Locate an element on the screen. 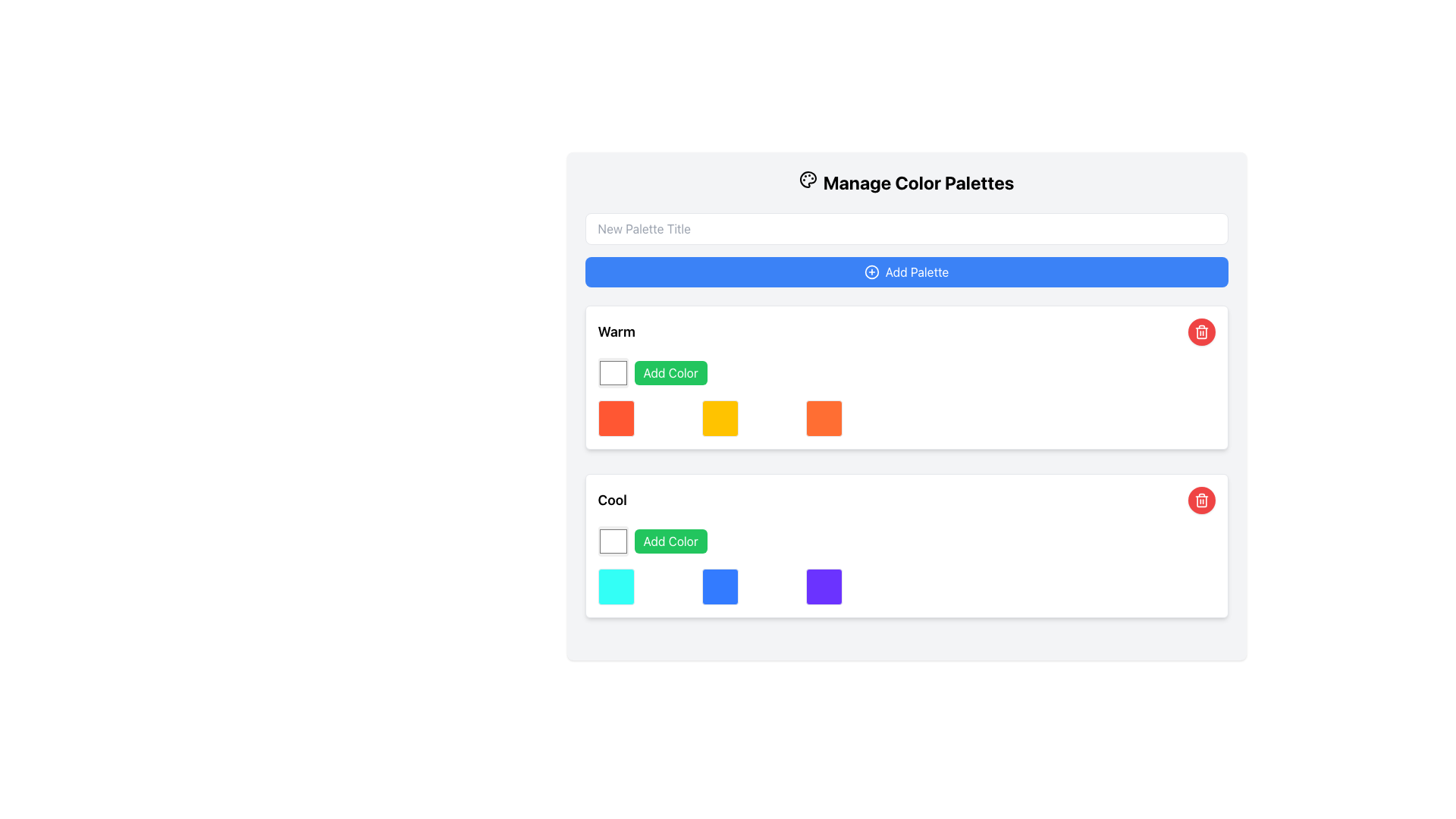 The width and height of the screenshot is (1456, 819). the circular blue icon with a white plus symbol that is positioned to the left of the 'Add Palette' button is located at coordinates (871, 271).